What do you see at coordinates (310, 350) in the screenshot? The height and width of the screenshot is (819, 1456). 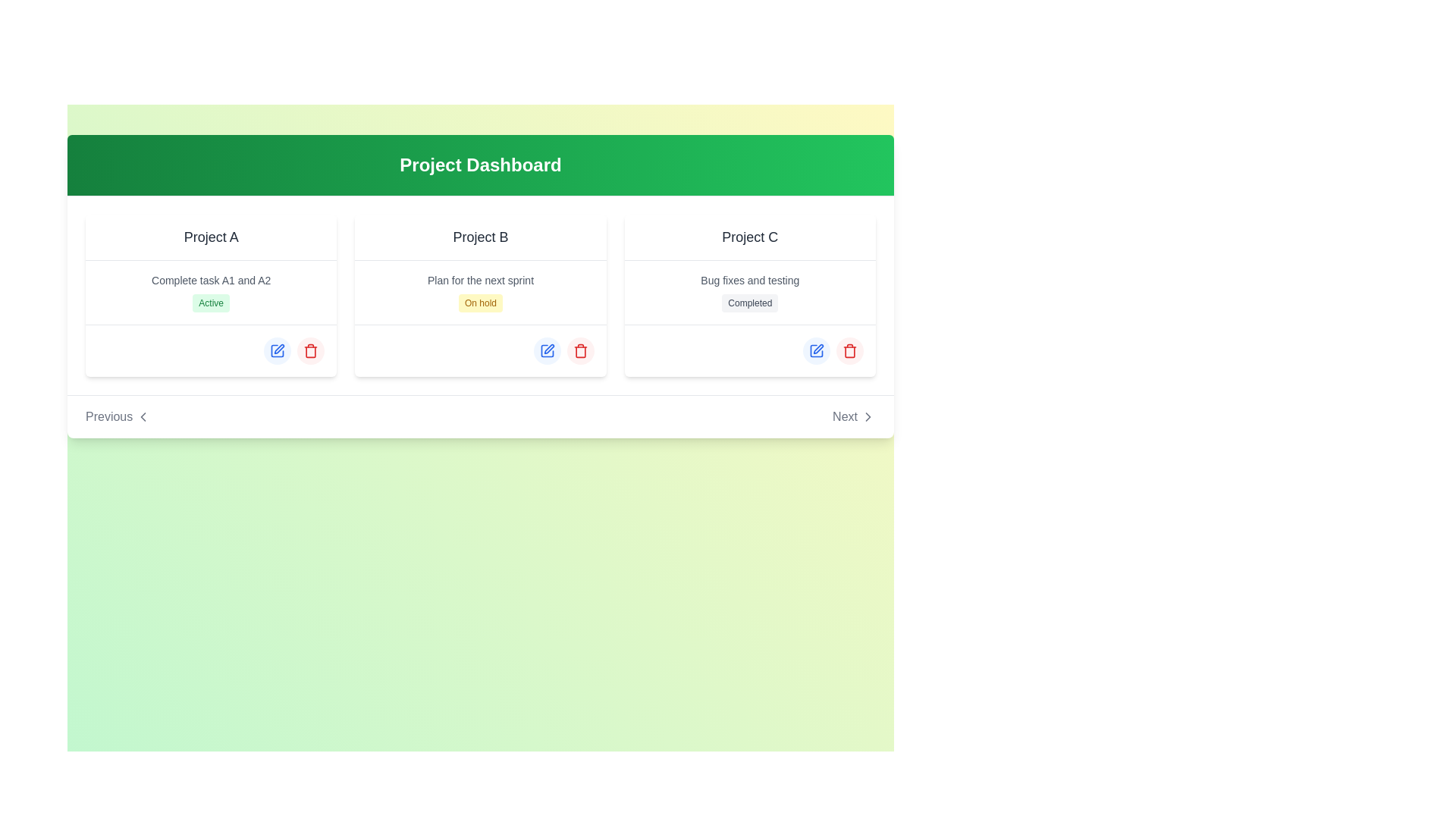 I see `the delete button located in the bottom right corner of the 'Project A' card in the 'Project Dashboard' section to observe the hover effect` at bounding box center [310, 350].